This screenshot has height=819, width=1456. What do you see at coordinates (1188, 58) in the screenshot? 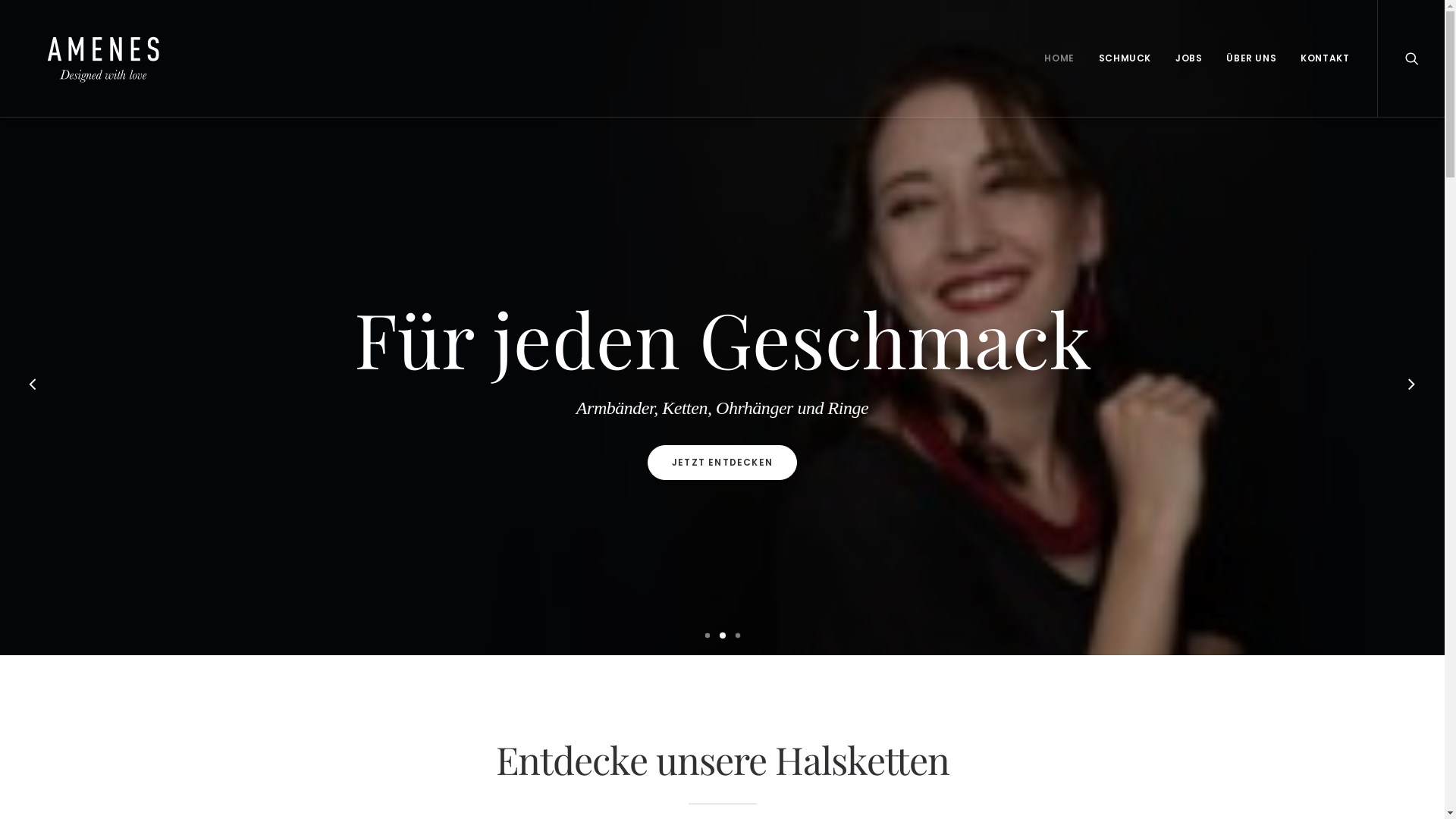
I see `'JOBS'` at bounding box center [1188, 58].